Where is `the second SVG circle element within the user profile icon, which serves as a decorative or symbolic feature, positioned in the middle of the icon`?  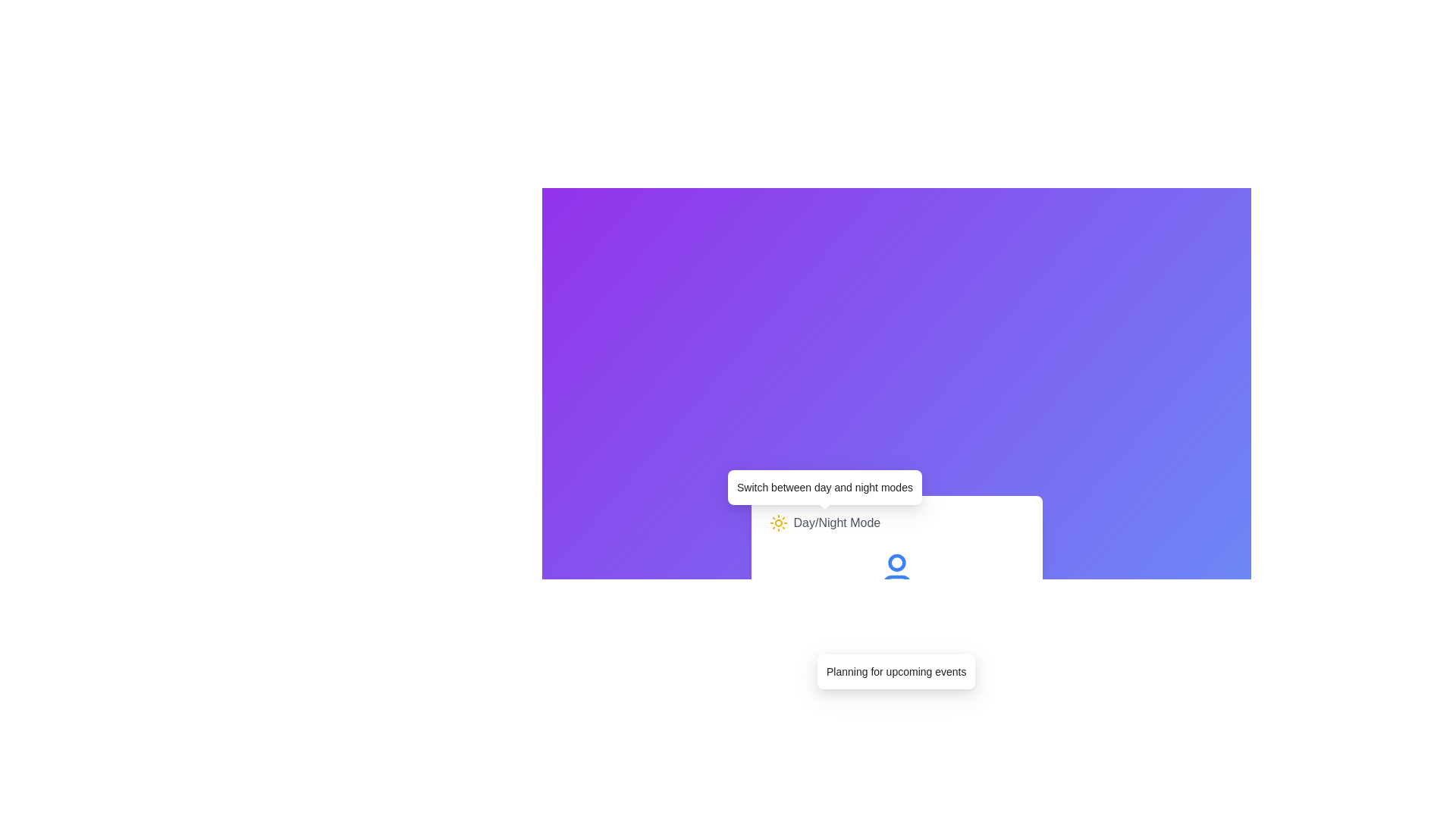 the second SVG circle element within the user profile icon, which serves as a decorative or symbolic feature, positioned in the middle of the icon is located at coordinates (896, 563).